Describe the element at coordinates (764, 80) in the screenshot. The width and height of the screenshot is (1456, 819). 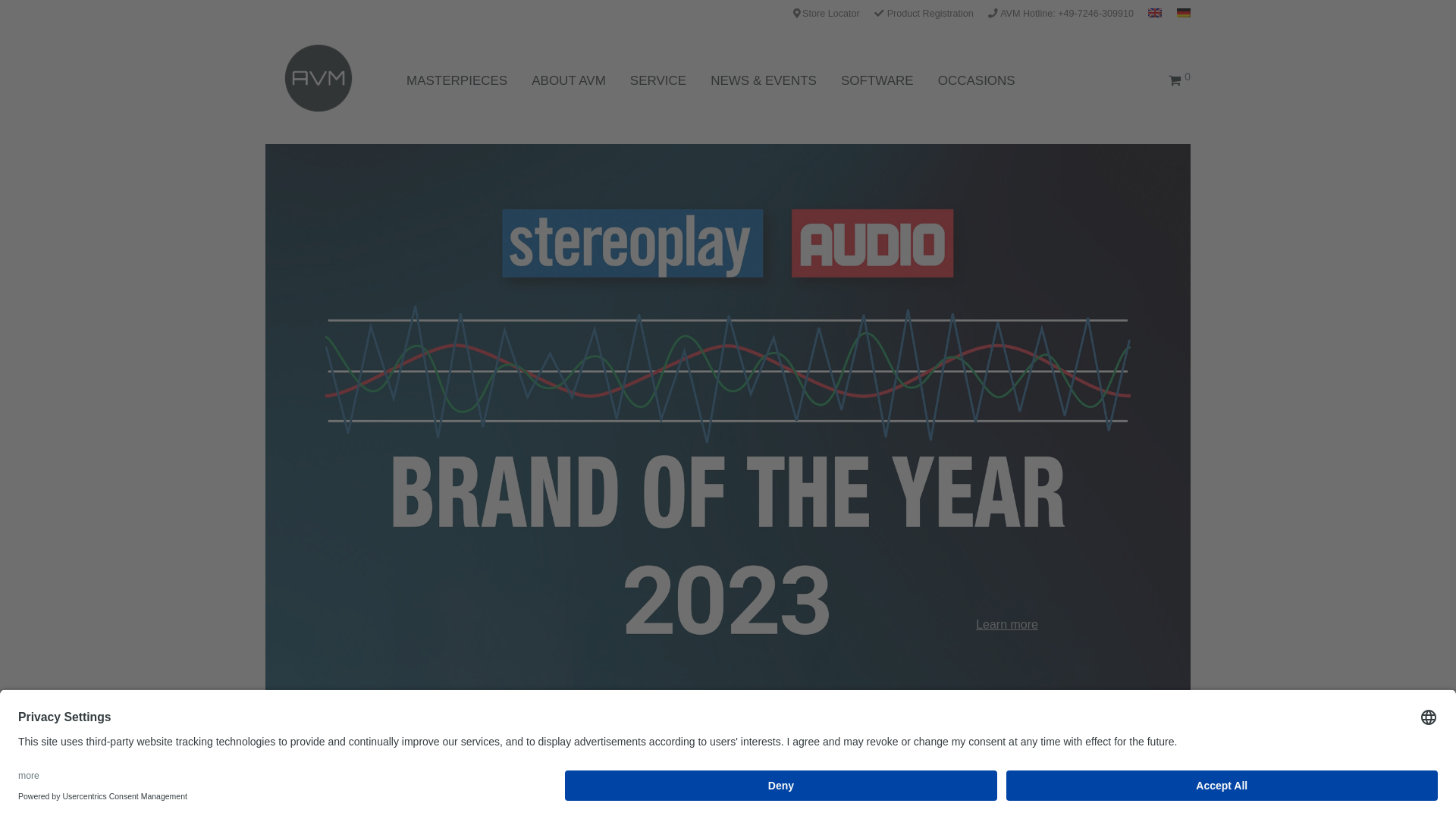
I see `'NEWS & EVENTS'` at that location.